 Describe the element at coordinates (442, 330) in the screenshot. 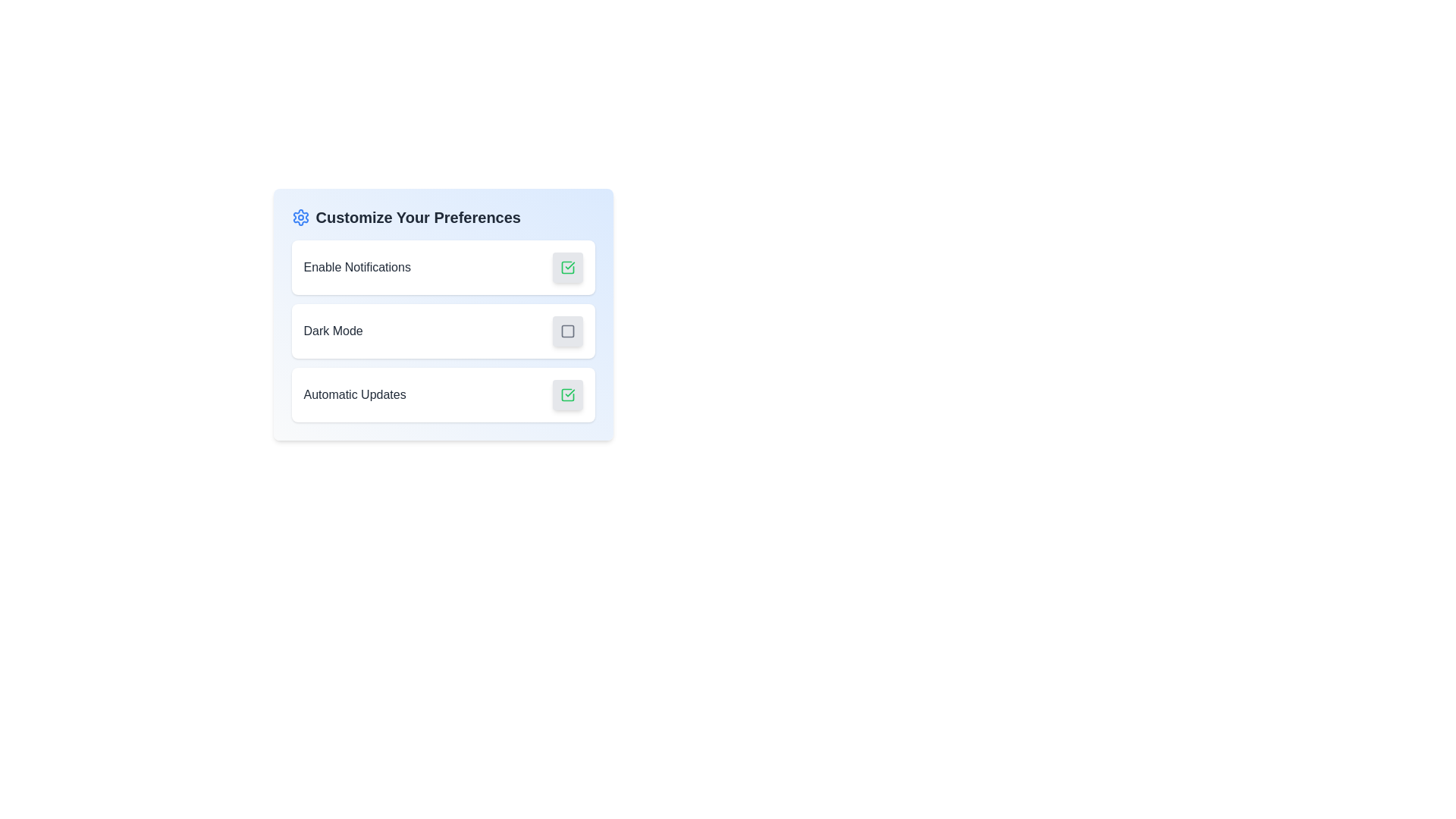

I see `the toggle button on the Toggle Button Card to change the dark mode setting, which is the second card in the vertical list located centrally within the application interface` at that location.